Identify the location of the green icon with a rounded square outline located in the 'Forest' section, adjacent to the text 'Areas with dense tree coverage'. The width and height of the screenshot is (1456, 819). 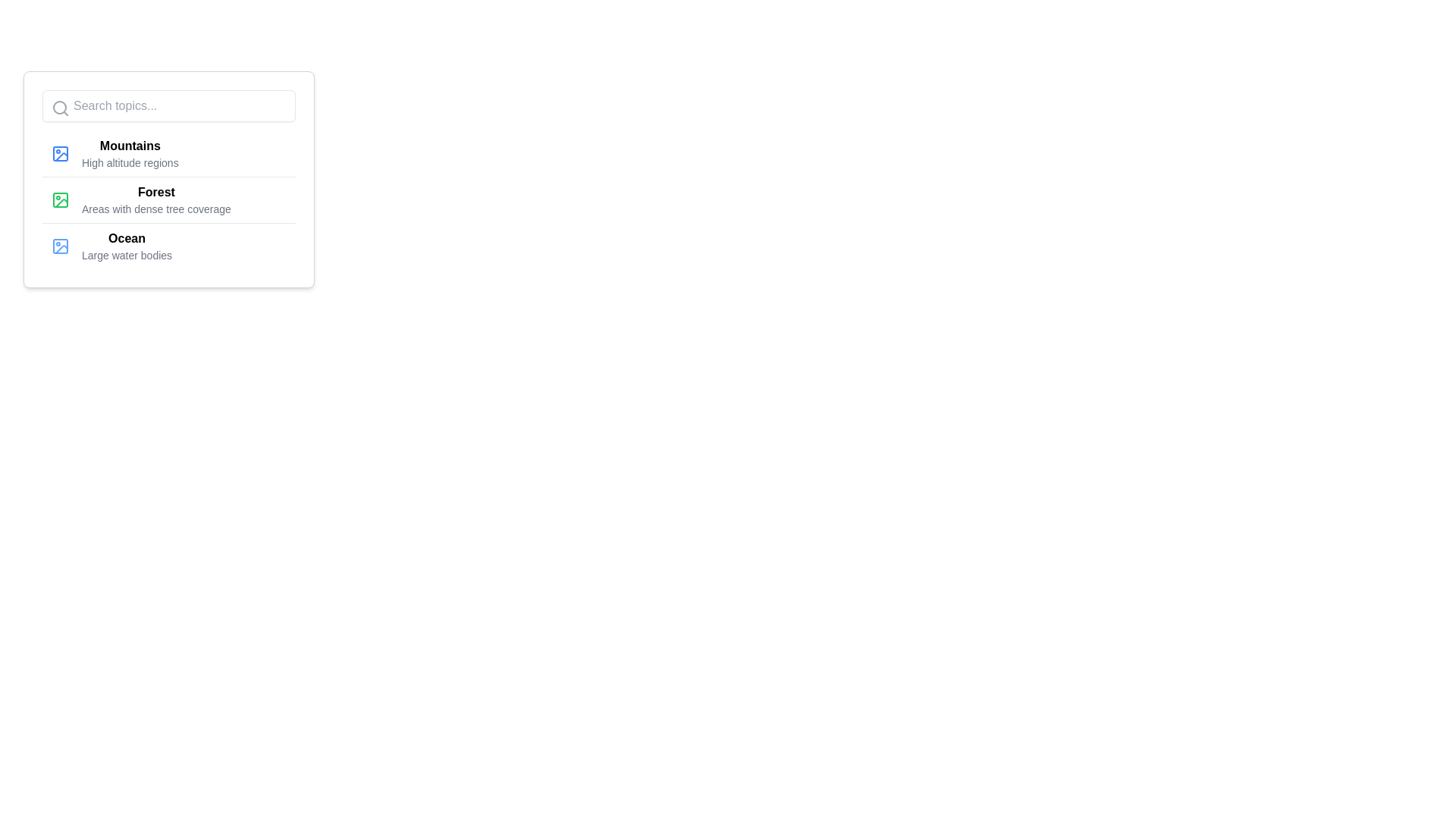
(61, 199).